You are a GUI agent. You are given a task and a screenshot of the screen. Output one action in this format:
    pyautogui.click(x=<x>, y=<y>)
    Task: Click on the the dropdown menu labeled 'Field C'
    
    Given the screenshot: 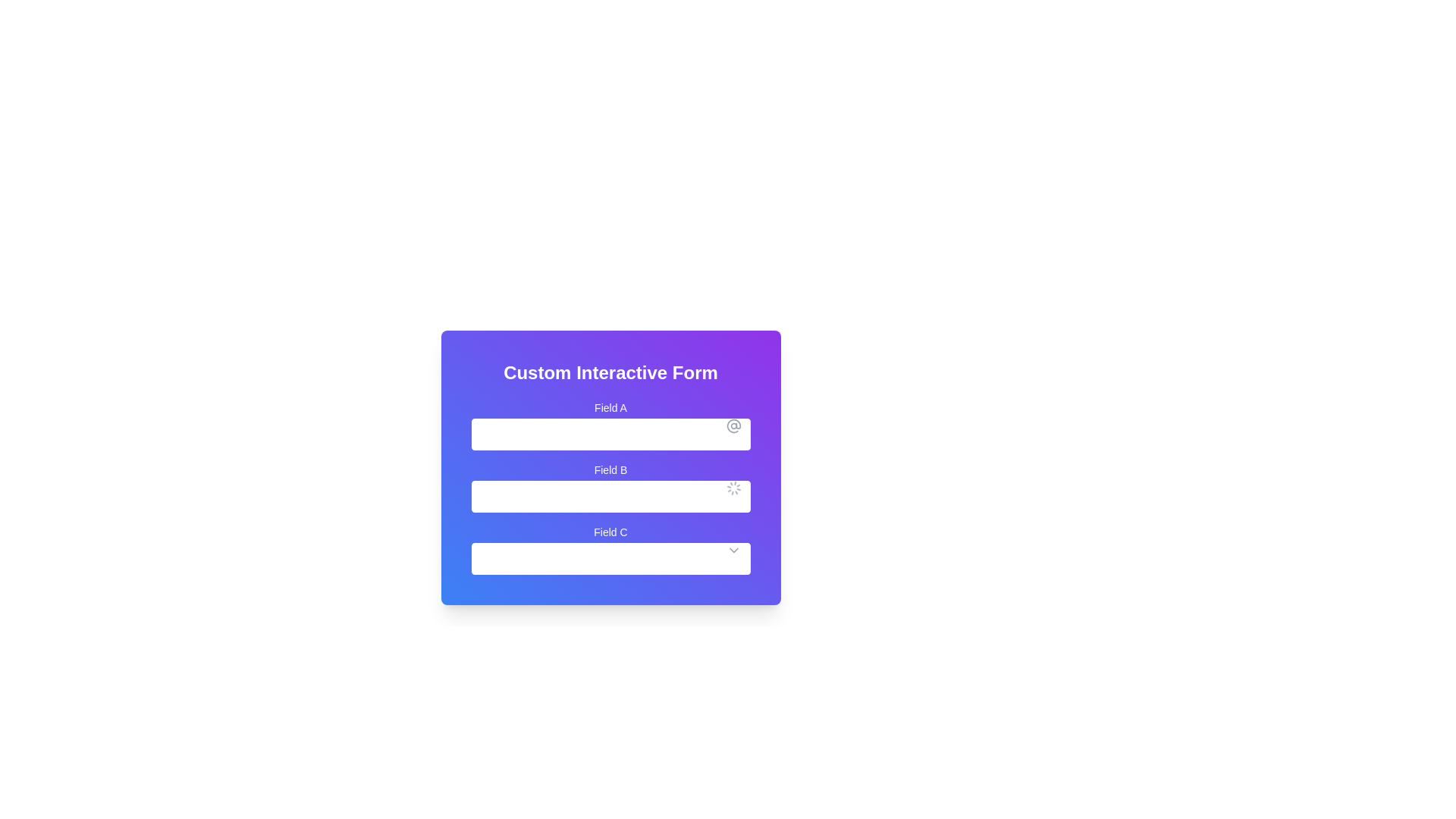 What is the action you would take?
    pyautogui.click(x=610, y=550)
    